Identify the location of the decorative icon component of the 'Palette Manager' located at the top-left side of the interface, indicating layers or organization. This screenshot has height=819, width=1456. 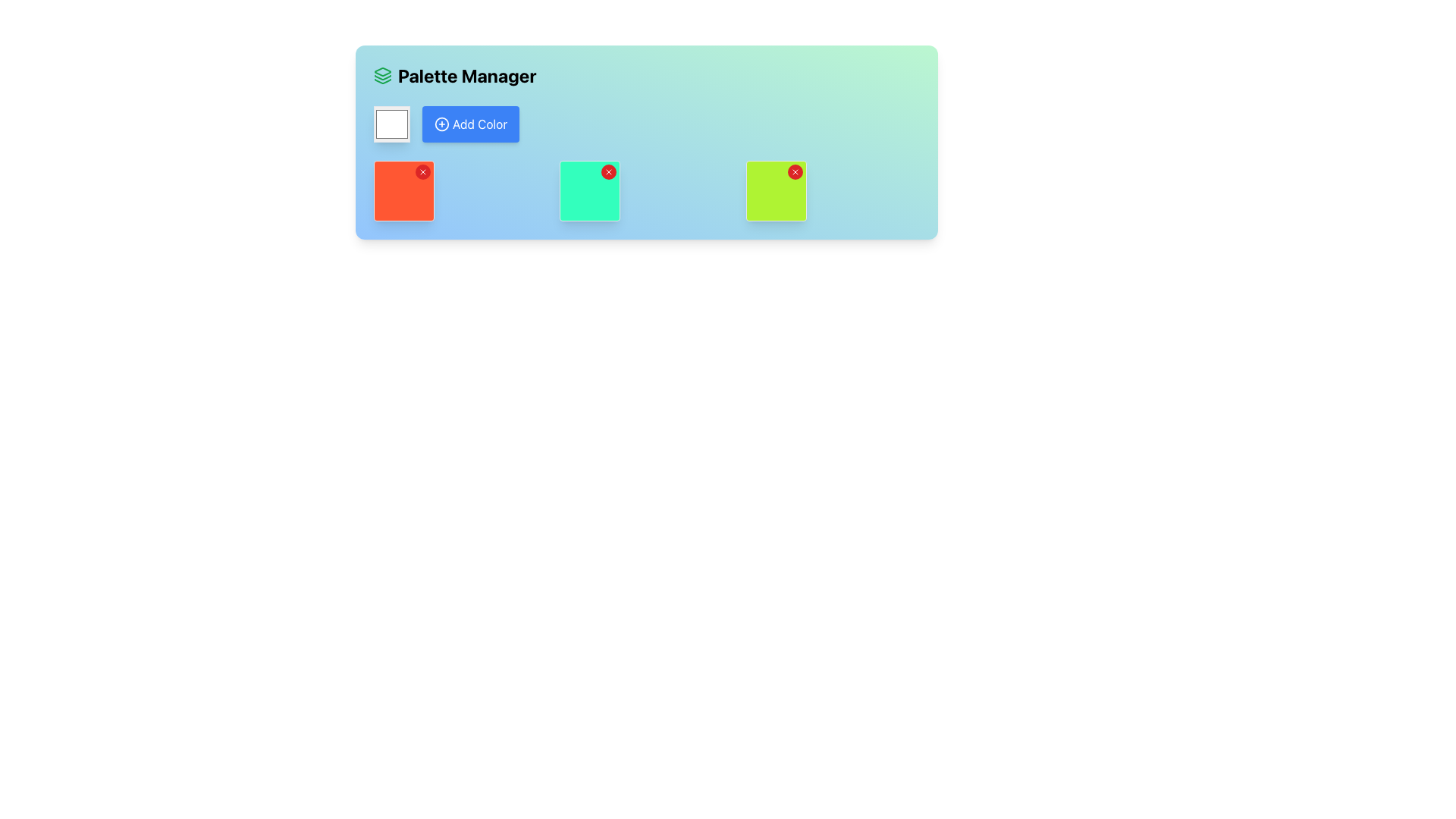
(382, 72).